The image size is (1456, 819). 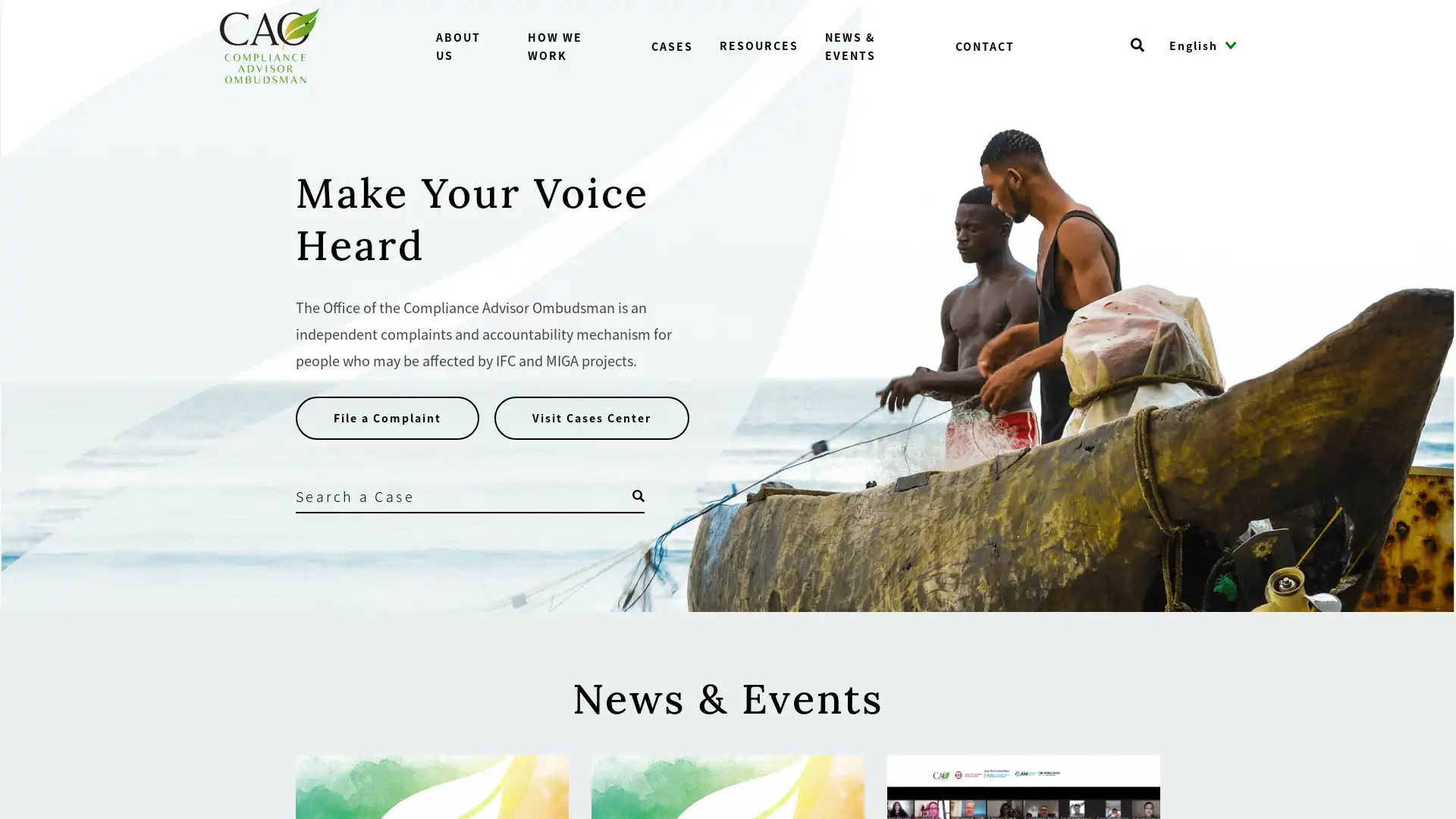 What do you see at coordinates (295, 512) in the screenshot?
I see `Search` at bounding box center [295, 512].